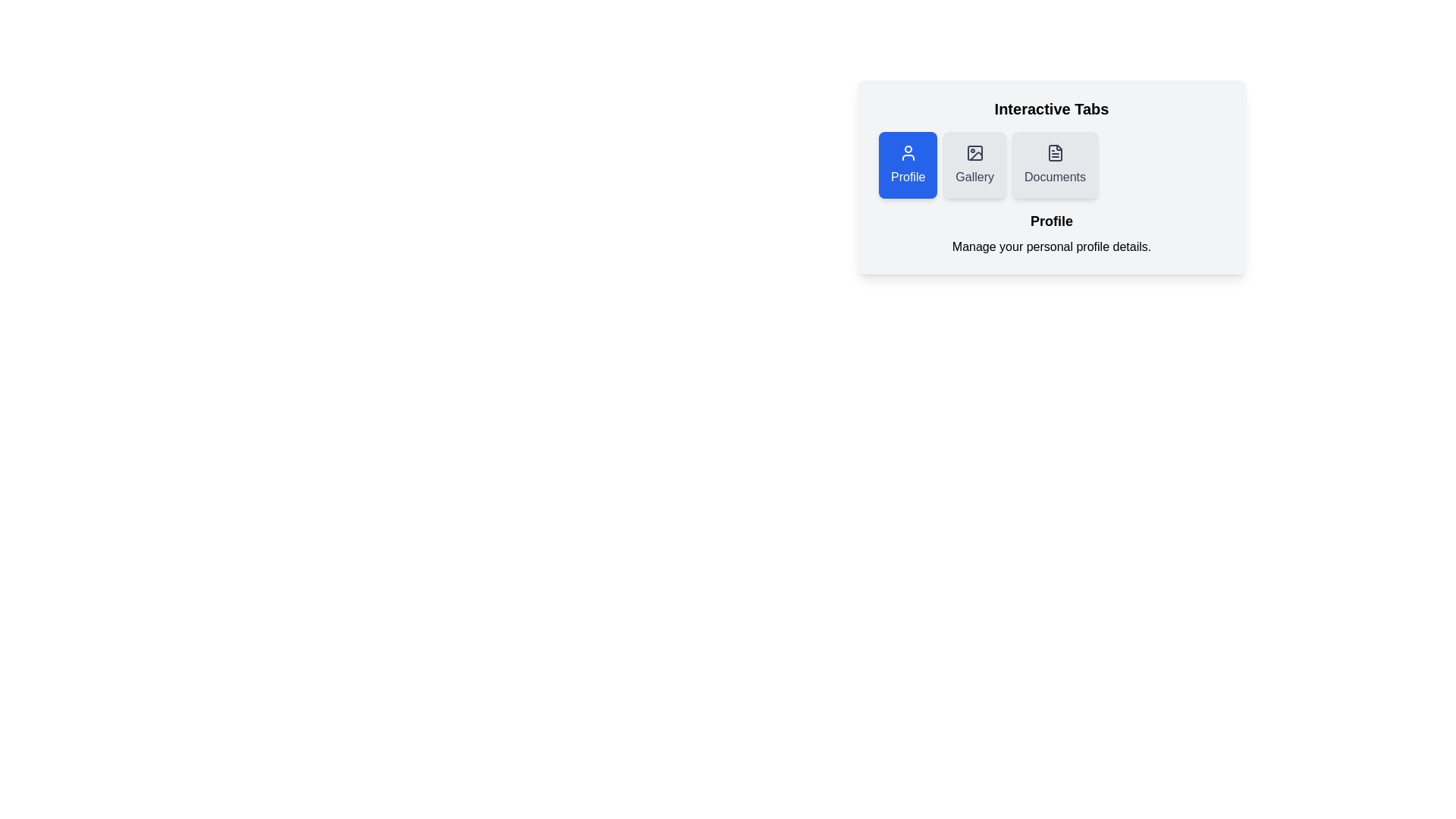 The width and height of the screenshot is (1456, 819). What do you see at coordinates (1051, 246) in the screenshot?
I see `the text 'Manage your personal profile details.' displayed below the active tab` at bounding box center [1051, 246].